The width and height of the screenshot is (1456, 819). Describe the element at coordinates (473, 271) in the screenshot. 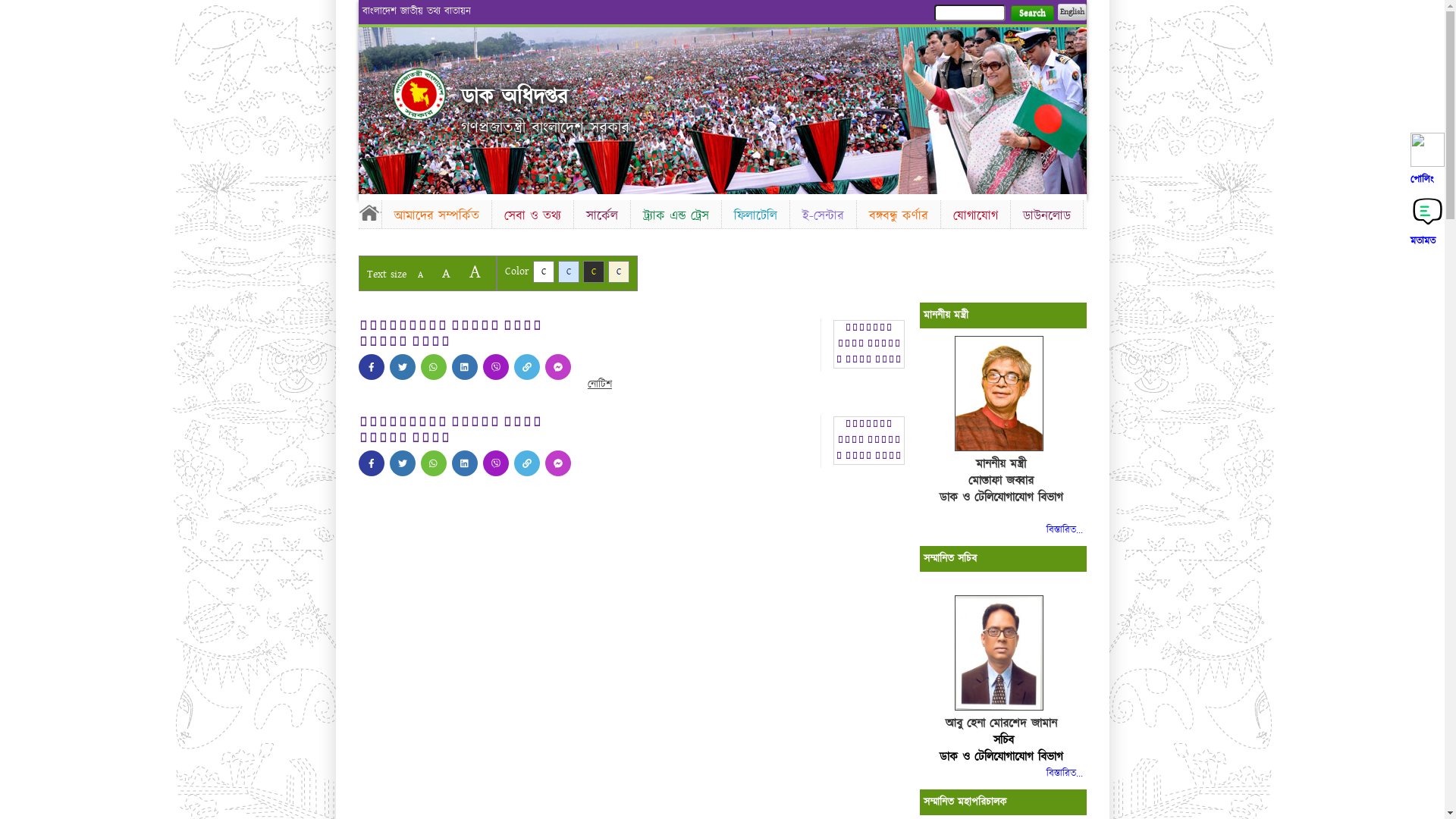

I see `'A'` at that location.